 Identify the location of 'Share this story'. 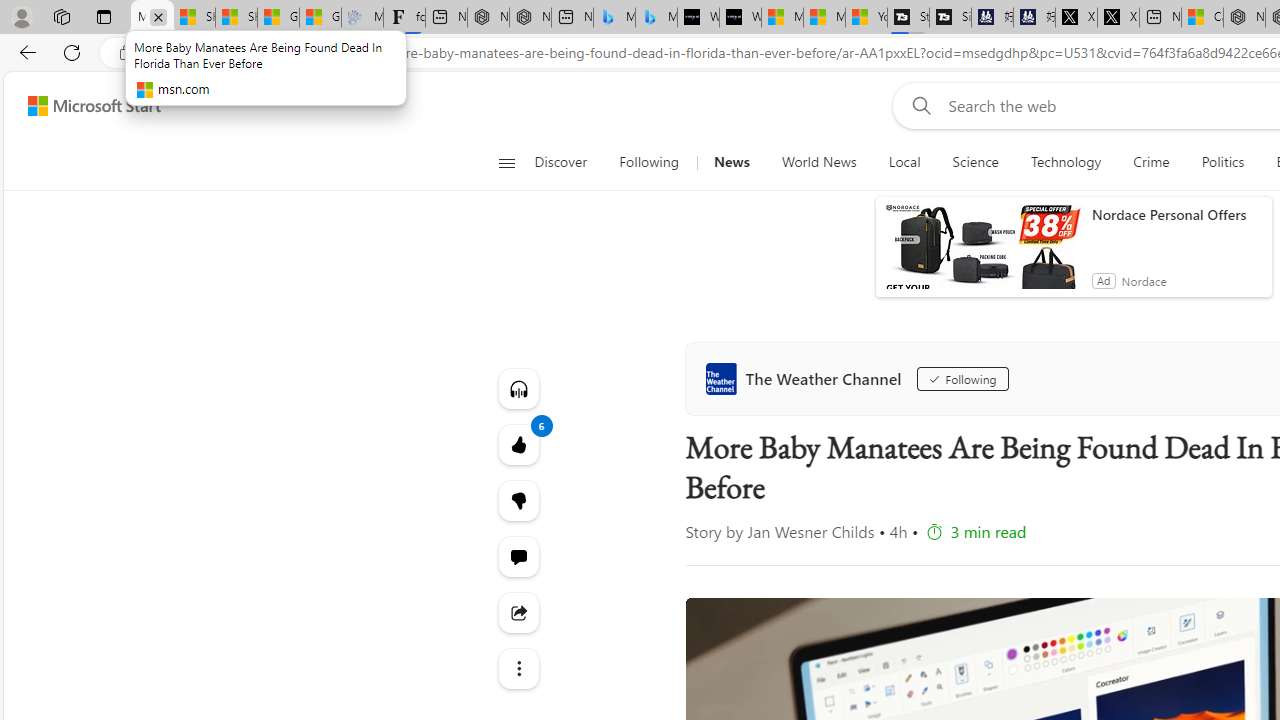
(518, 612).